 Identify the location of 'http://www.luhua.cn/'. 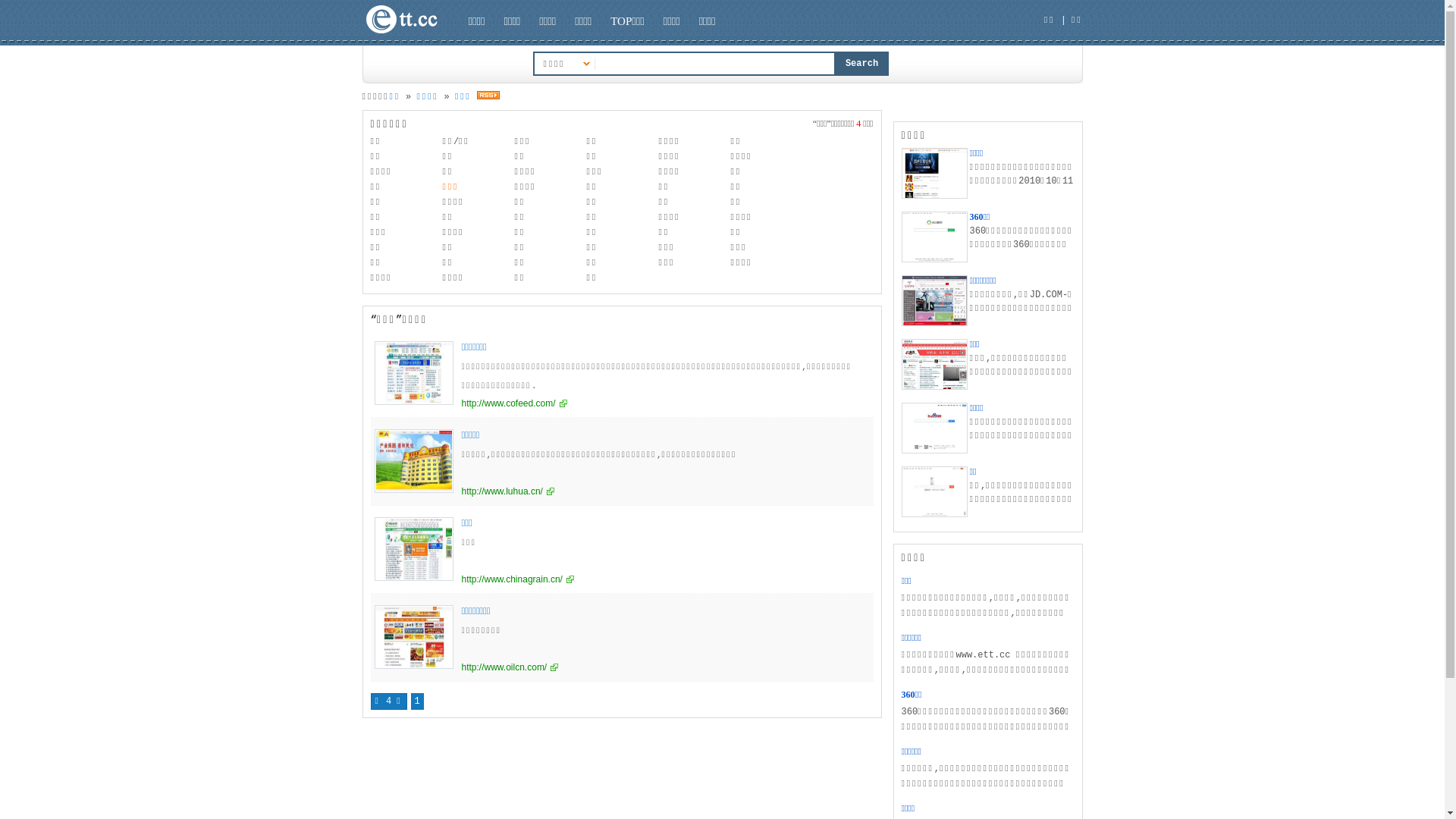
(460, 491).